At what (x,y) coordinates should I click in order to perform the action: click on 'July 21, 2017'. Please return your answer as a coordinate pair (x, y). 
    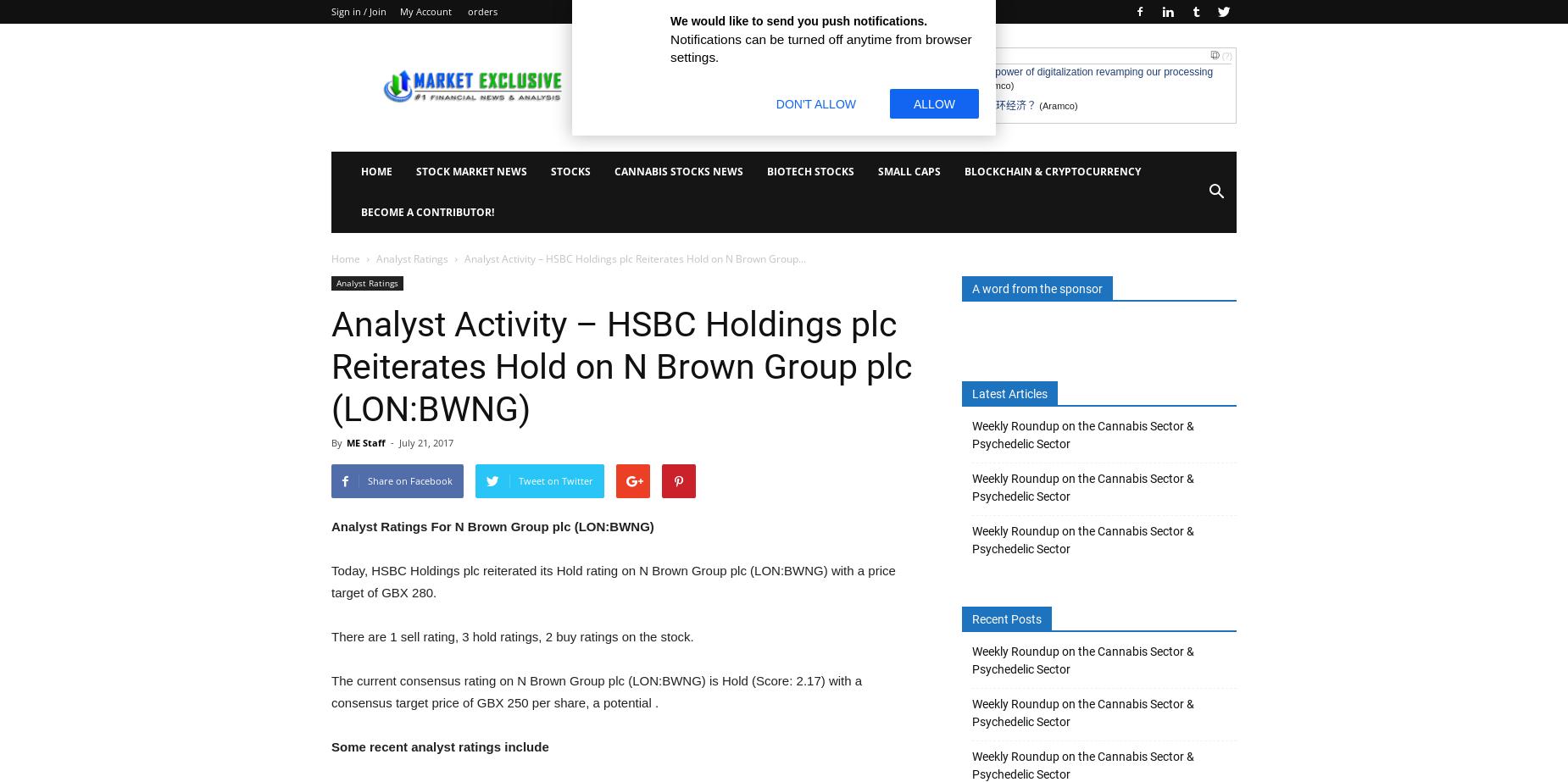
    Looking at the image, I should click on (426, 441).